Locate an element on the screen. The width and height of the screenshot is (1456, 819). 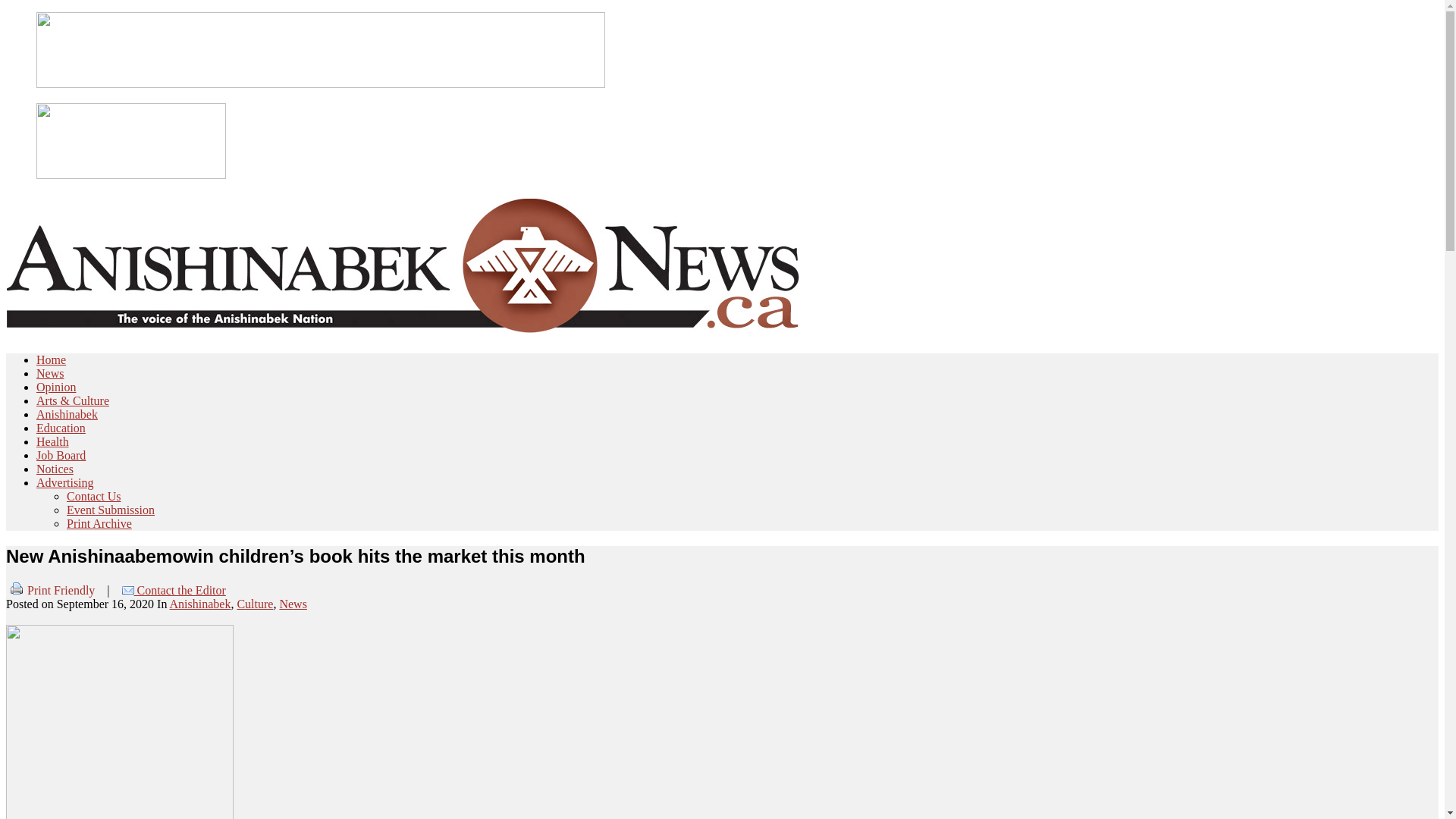
'Contact Us' is located at coordinates (93, 496).